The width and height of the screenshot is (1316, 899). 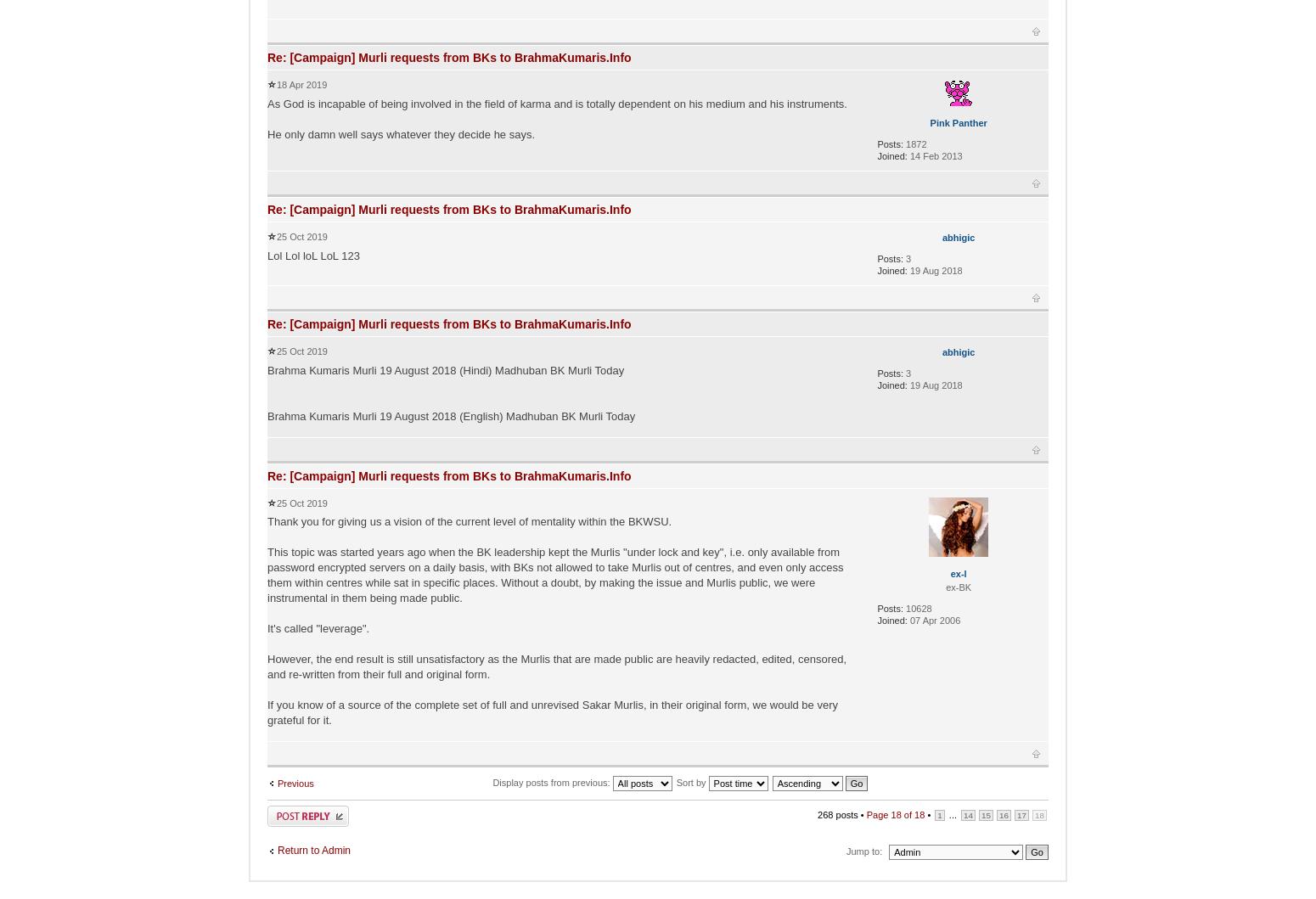 I want to click on 'However, the end result is still unsatisfactory as the Murlis that are made public are heavily redacted, edited, censored, and re-written from their full and original form.', so click(x=555, y=665).